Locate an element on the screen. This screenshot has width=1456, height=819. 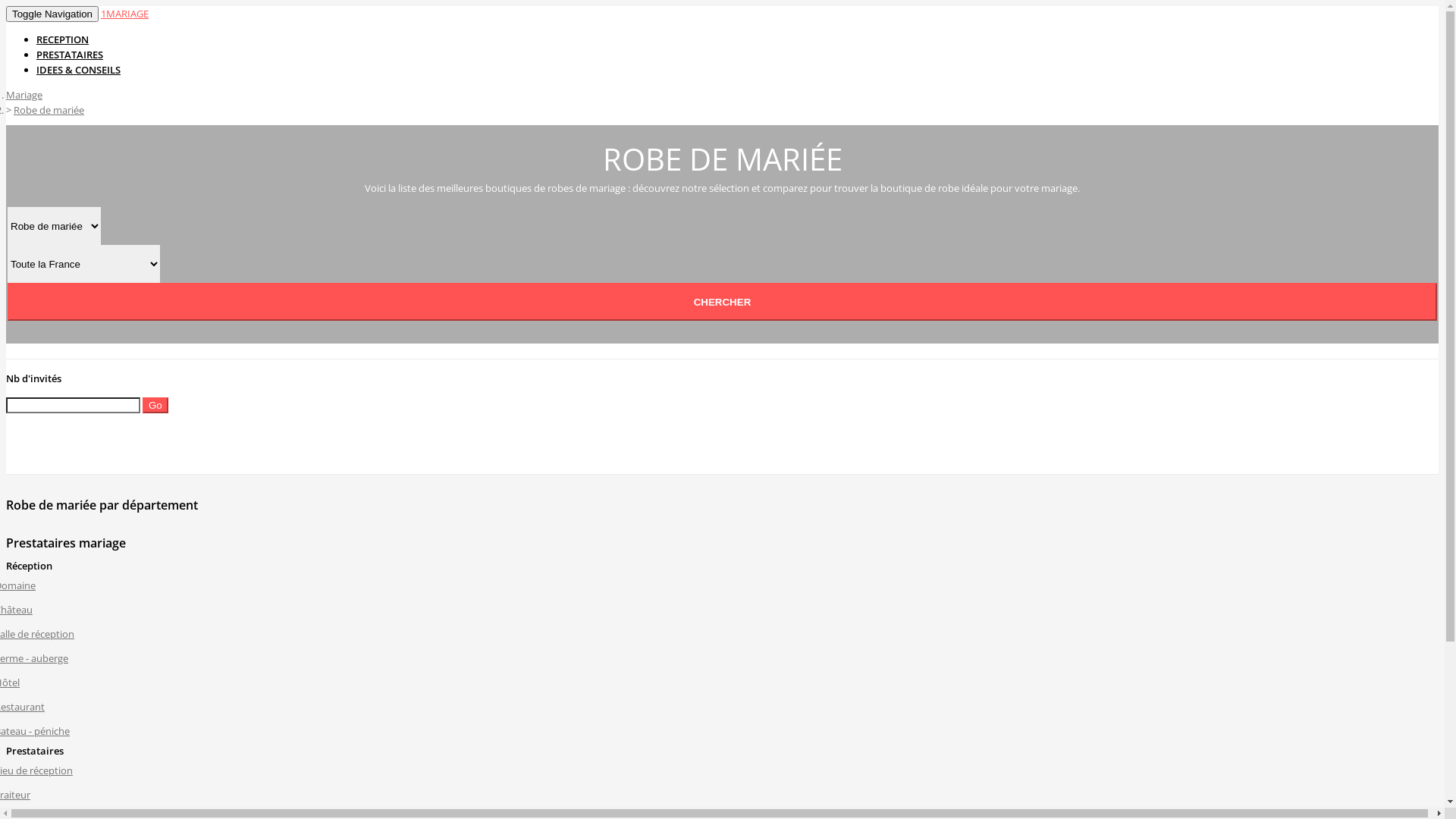
'Go' is located at coordinates (155, 404).